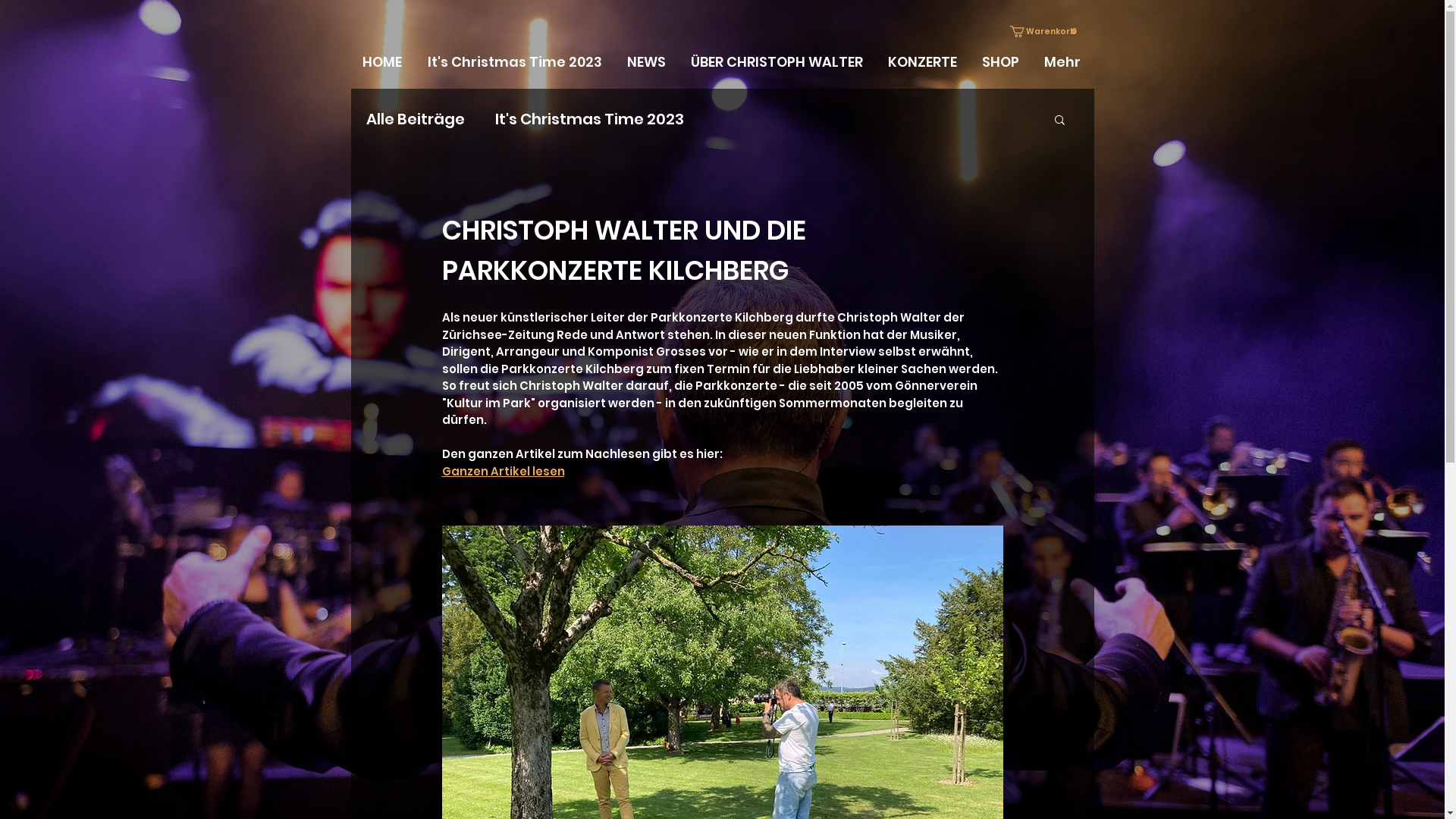 This screenshot has height=819, width=1456. Describe the element at coordinates (1044, 31) in the screenshot. I see `'Warenkorb` at that location.